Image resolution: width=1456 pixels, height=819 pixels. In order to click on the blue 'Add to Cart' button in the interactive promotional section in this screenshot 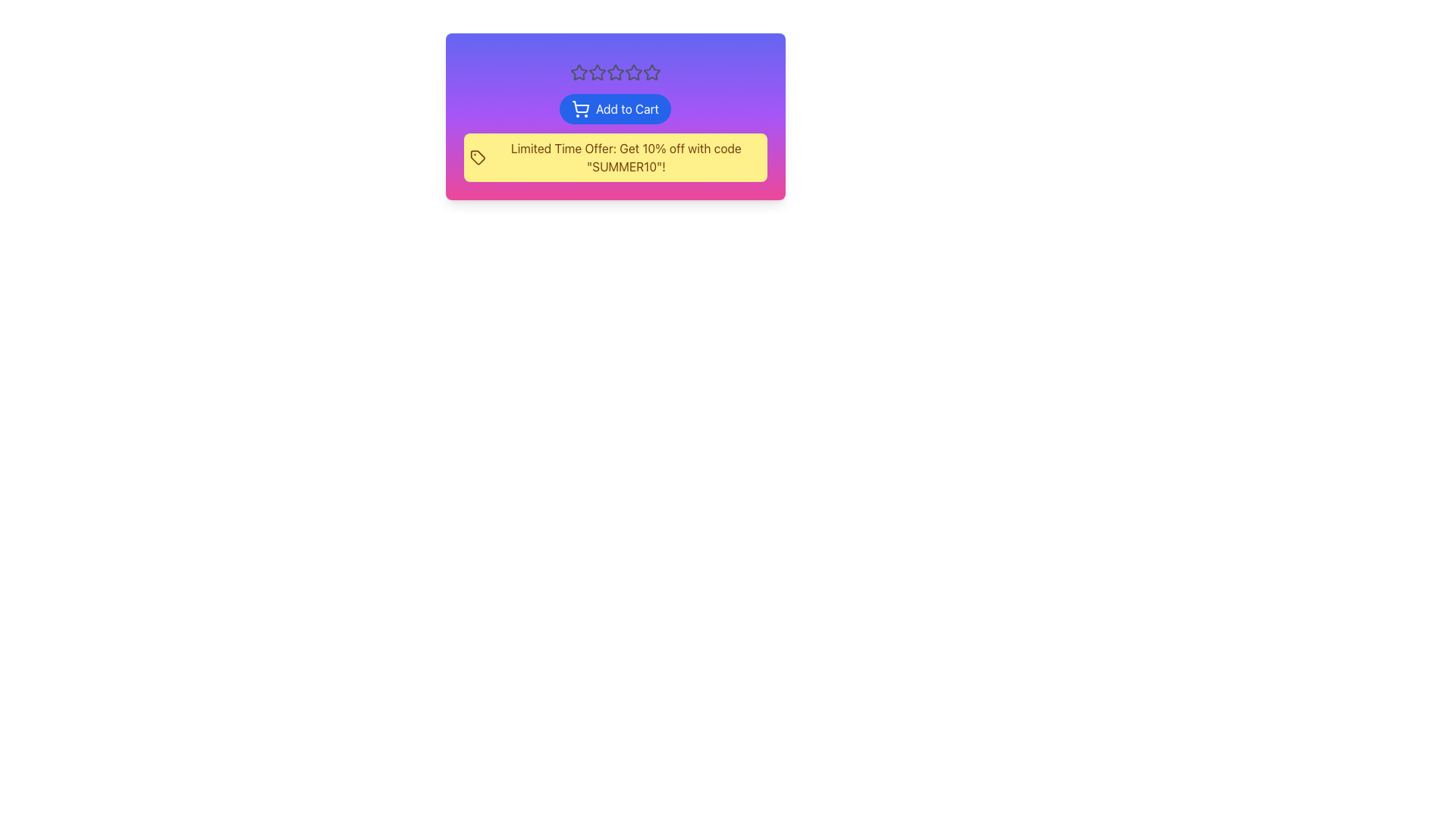, I will do `click(615, 116)`.